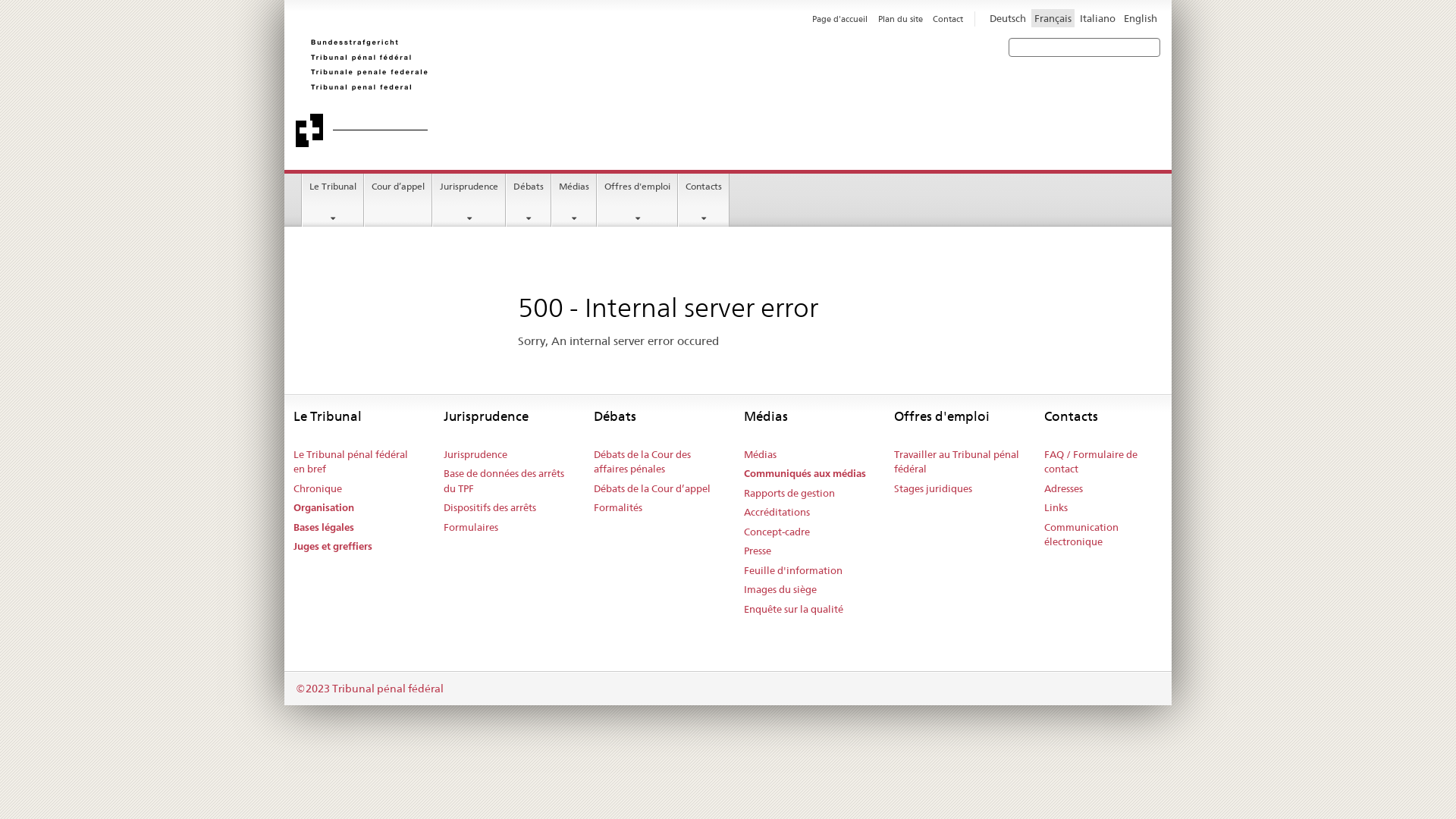  What do you see at coordinates (777, 532) in the screenshot?
I see `'Concept-cadre'` at bounding box center [777, 532].